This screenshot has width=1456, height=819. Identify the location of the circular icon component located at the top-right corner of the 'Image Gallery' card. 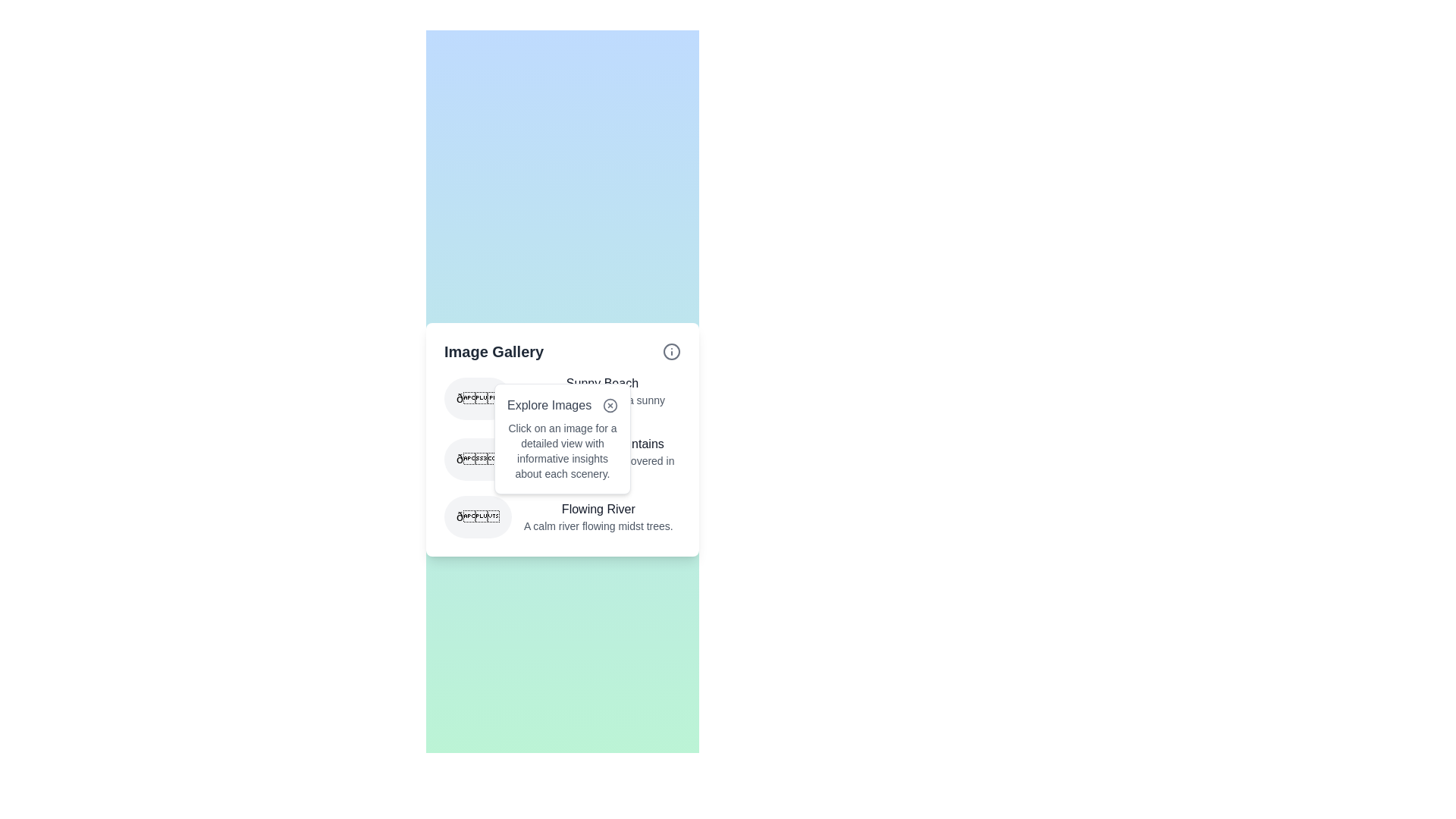
(671, 351).